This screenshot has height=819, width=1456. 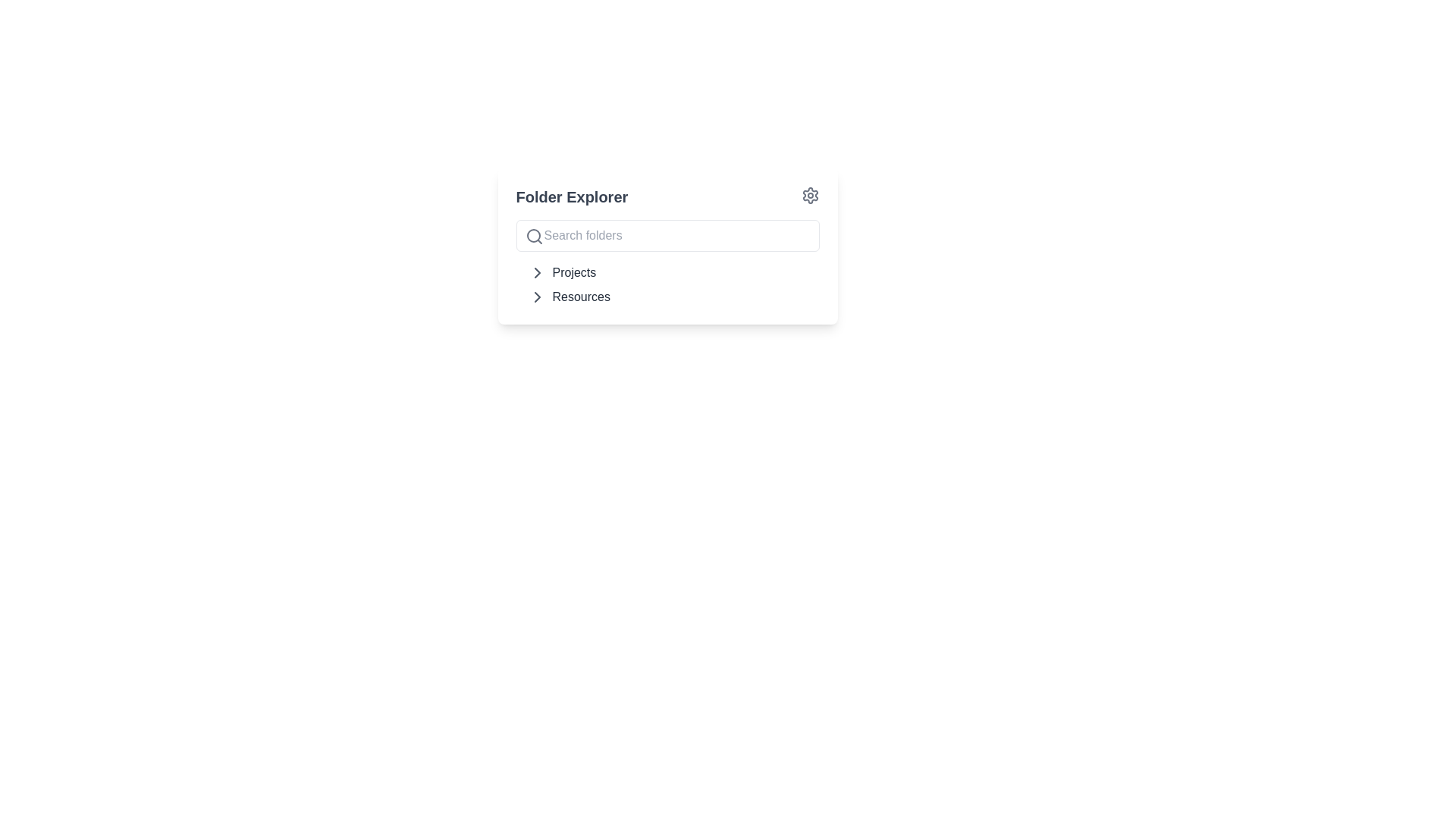 I want to click on the right-facing gray chevron icon, so click(x=537, y=271).